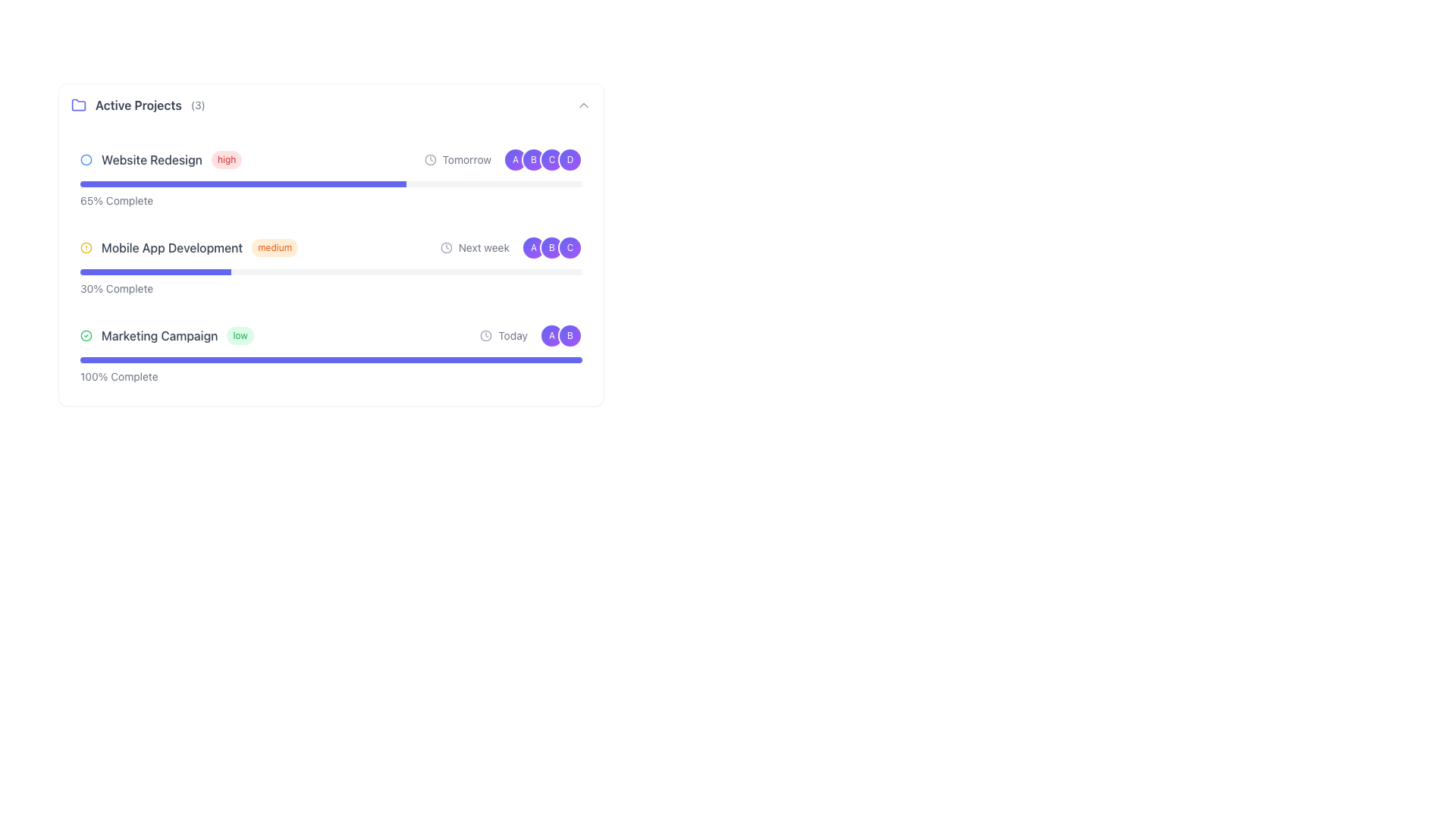 This screenshot has width=1456, height=819. Describe the element at coordinates (155, 271) in the screenshot. I see `the progress represented by the indigo colored segment of the progress bar for the 'Mobile App Development' task, which is situated below the title and tag, indicating it is 30% complete` at that location.